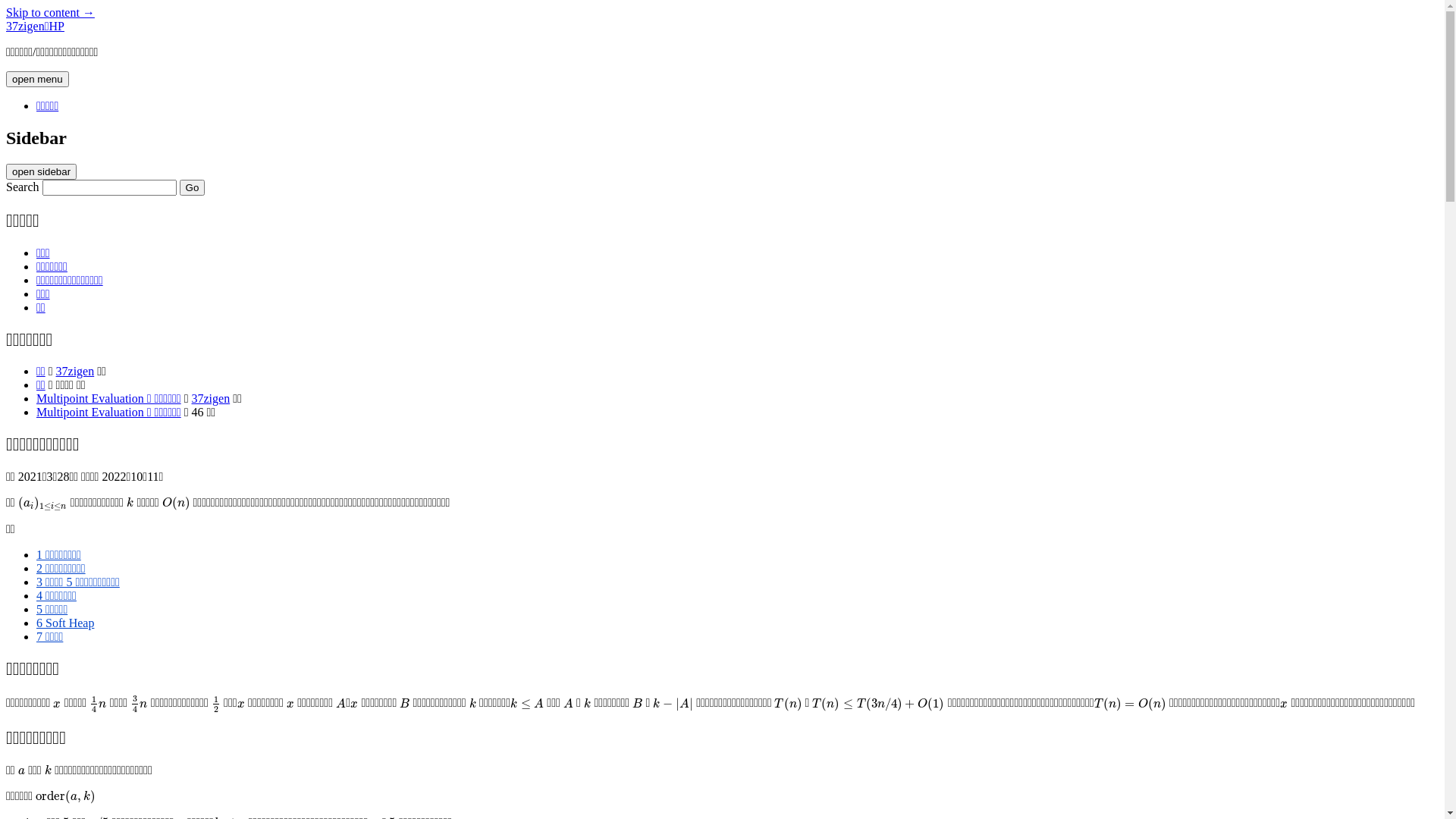 This screenshot has height=819, width=1456. Describe the element at coordinates (41, 171) in the screenshot. I see `'open sidebar'` at that location.